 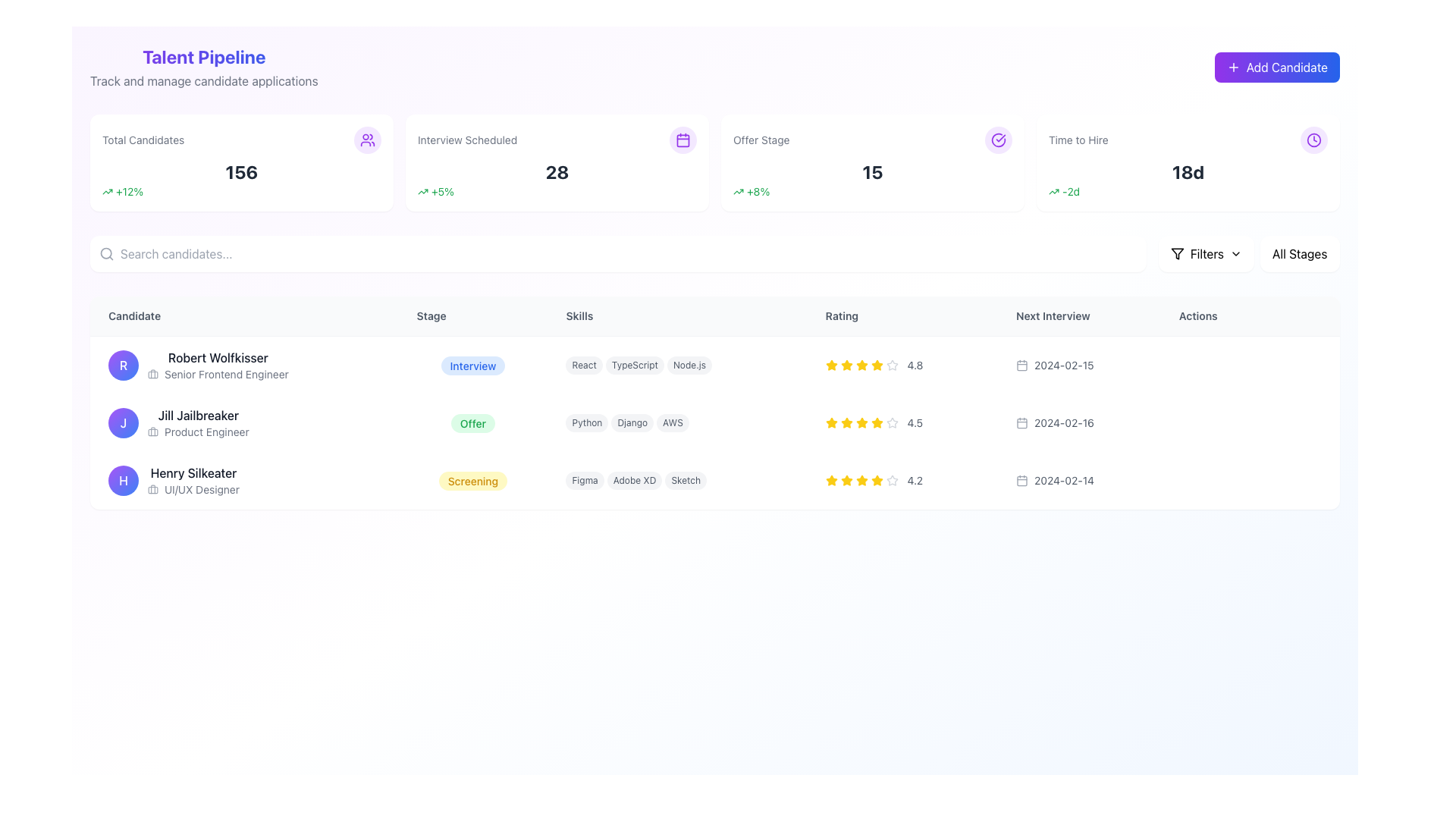 What do you see at coordinates (1078, 140) in the screenshot?
I see `the 'Time to Hire' text label displayed in gray color within the dashboard interface, located in the top-right section of a hiring metrics card` at bounding box center [1078, 140].